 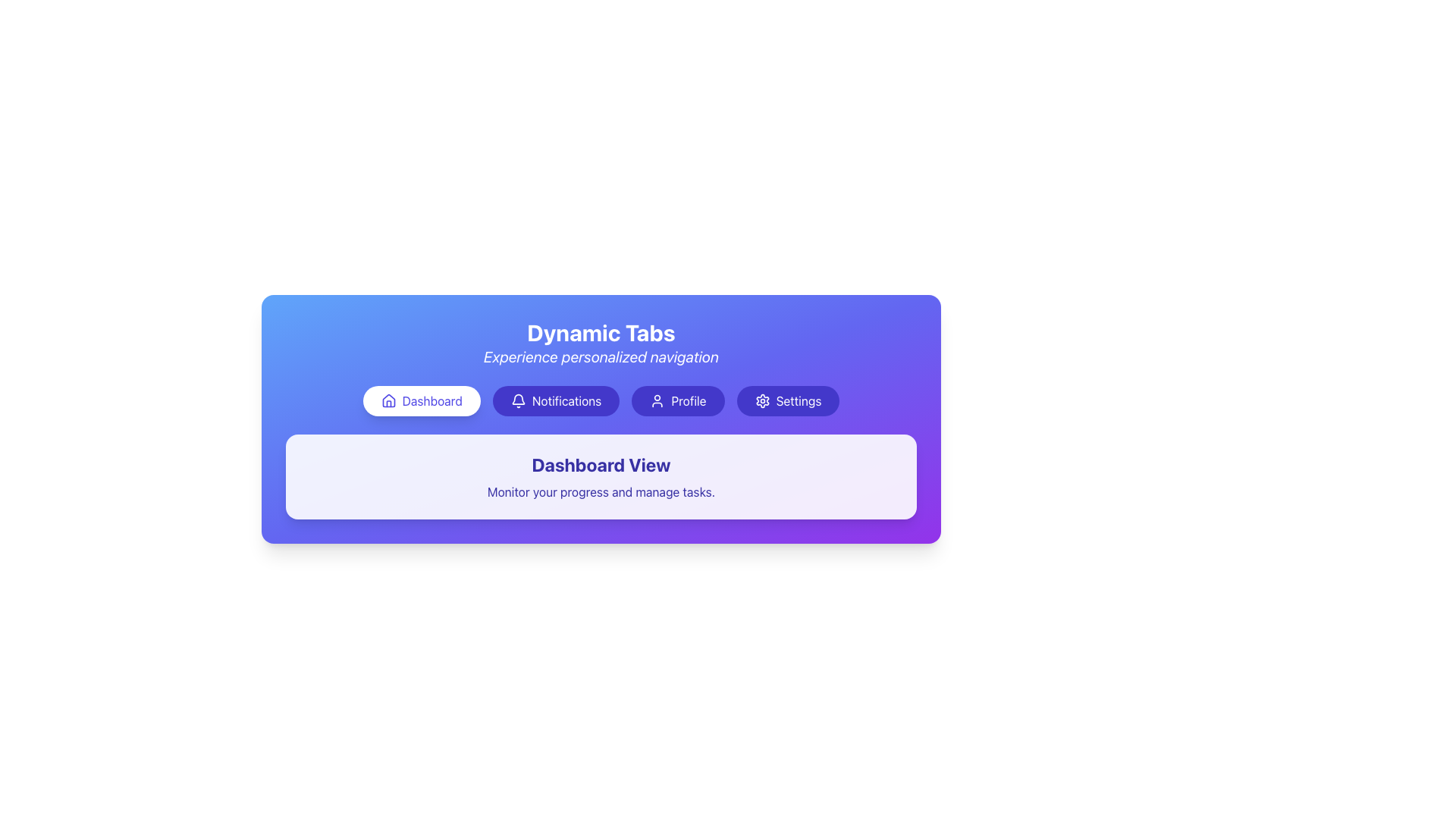 What do you see at coordinates (657, 400) in the screenshot?
I see `the Profile icon within the navigation bar` at bounding box center [657, 400].